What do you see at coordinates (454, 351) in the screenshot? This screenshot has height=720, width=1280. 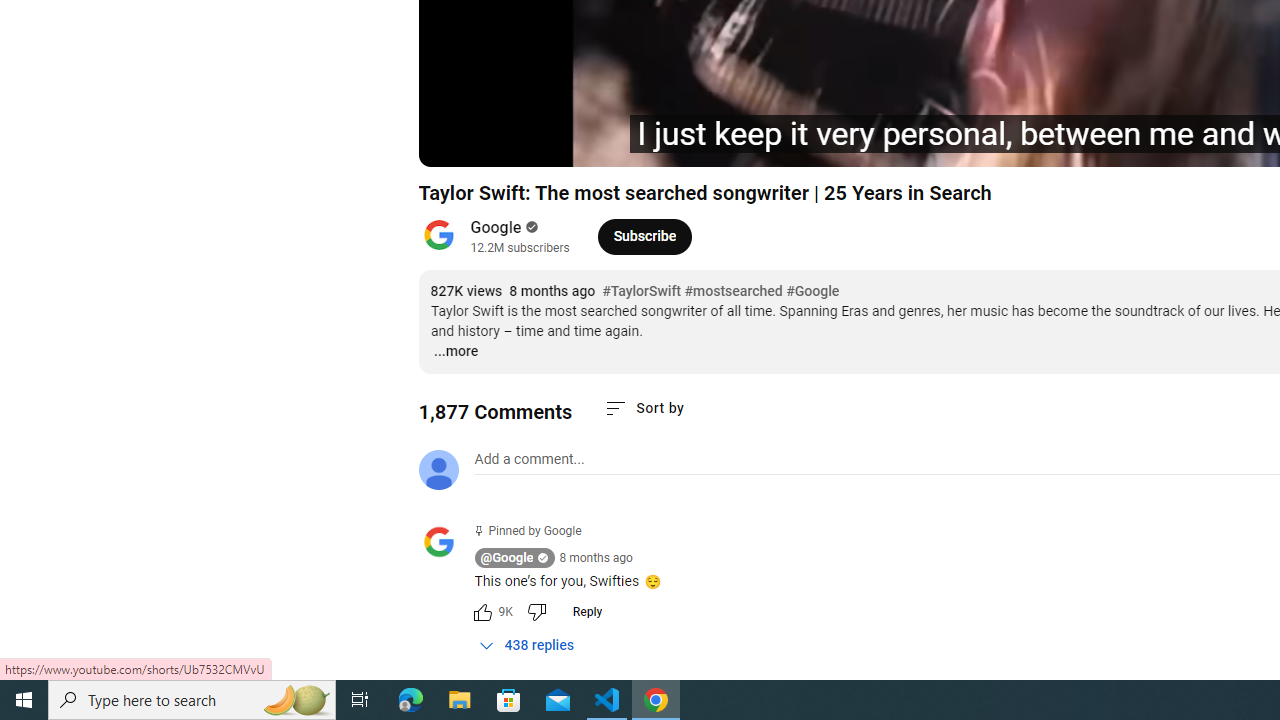 I see `'...more'` at bounding box center [454, 351].